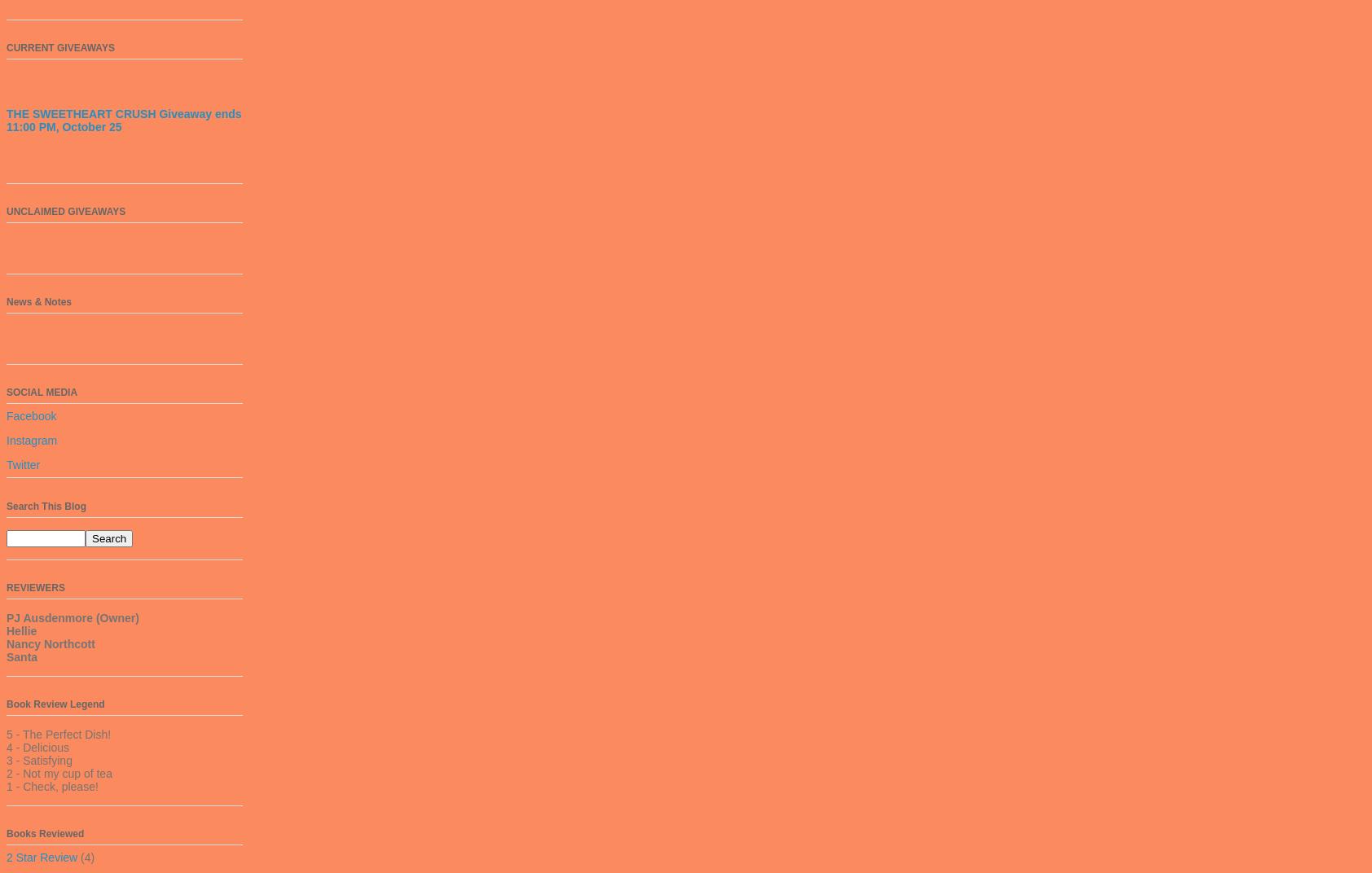 This screenshot has height=873, width=1372. I want to click on '3   - Satisfying', so click(37, 759).